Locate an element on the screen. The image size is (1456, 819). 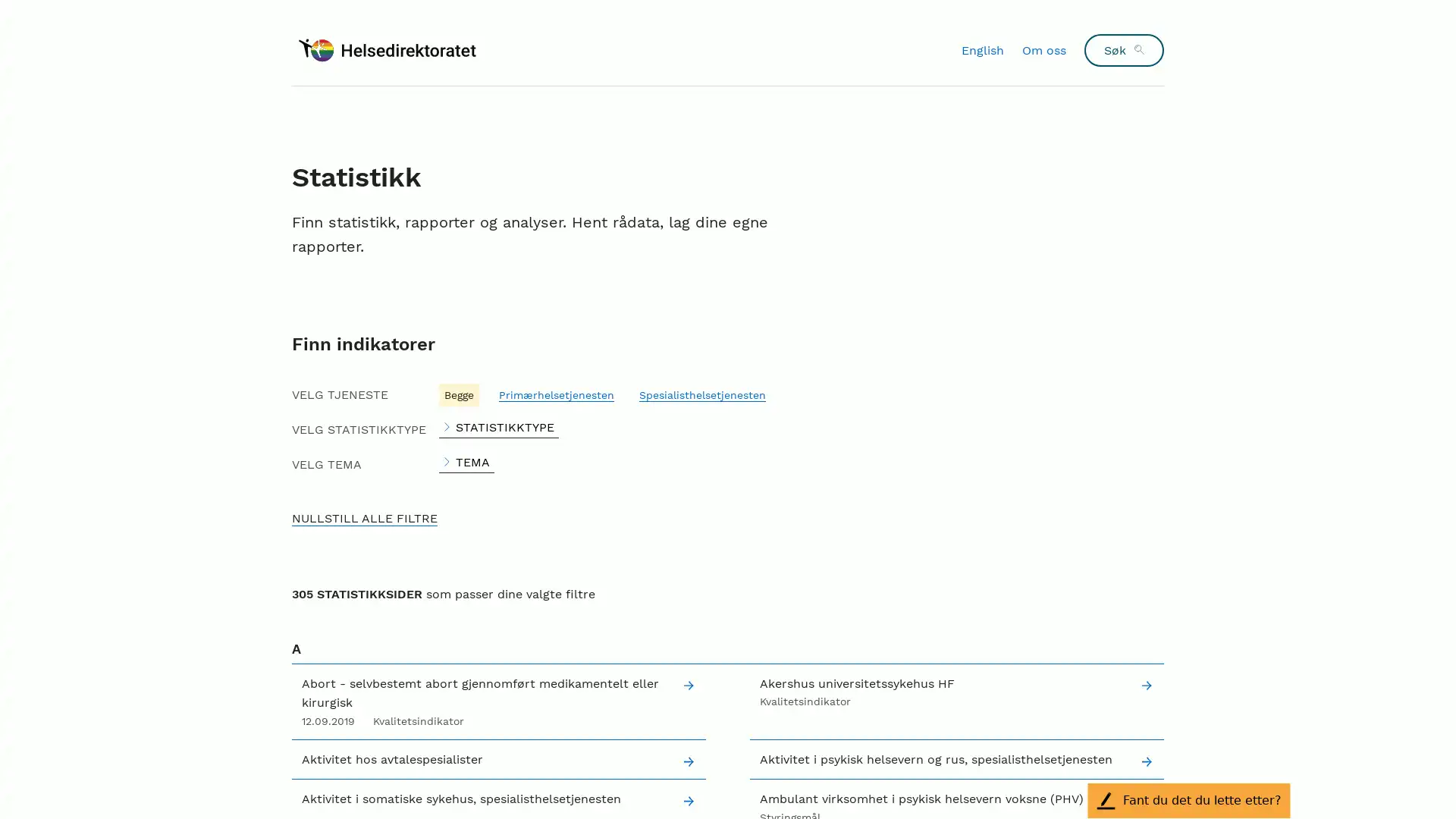
Fant du det du lette etter? is located at coordinates (1188, 799).